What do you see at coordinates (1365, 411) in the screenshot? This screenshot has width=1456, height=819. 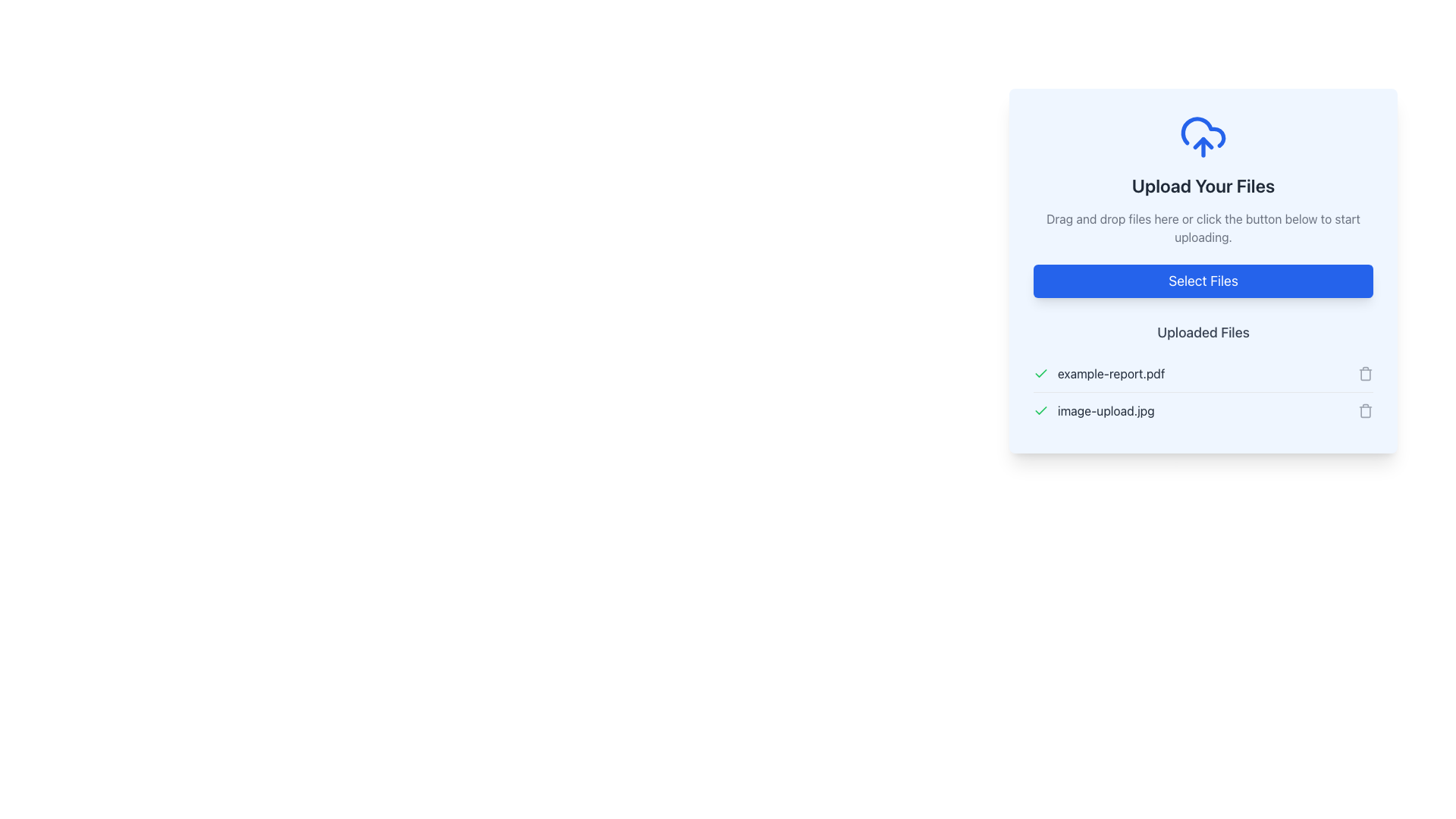 I see `the delete button (trash icon) located in the 'Uploaded Files' section next to the file label 'image-upload.jpg'` at bounding box center [1365, 411].